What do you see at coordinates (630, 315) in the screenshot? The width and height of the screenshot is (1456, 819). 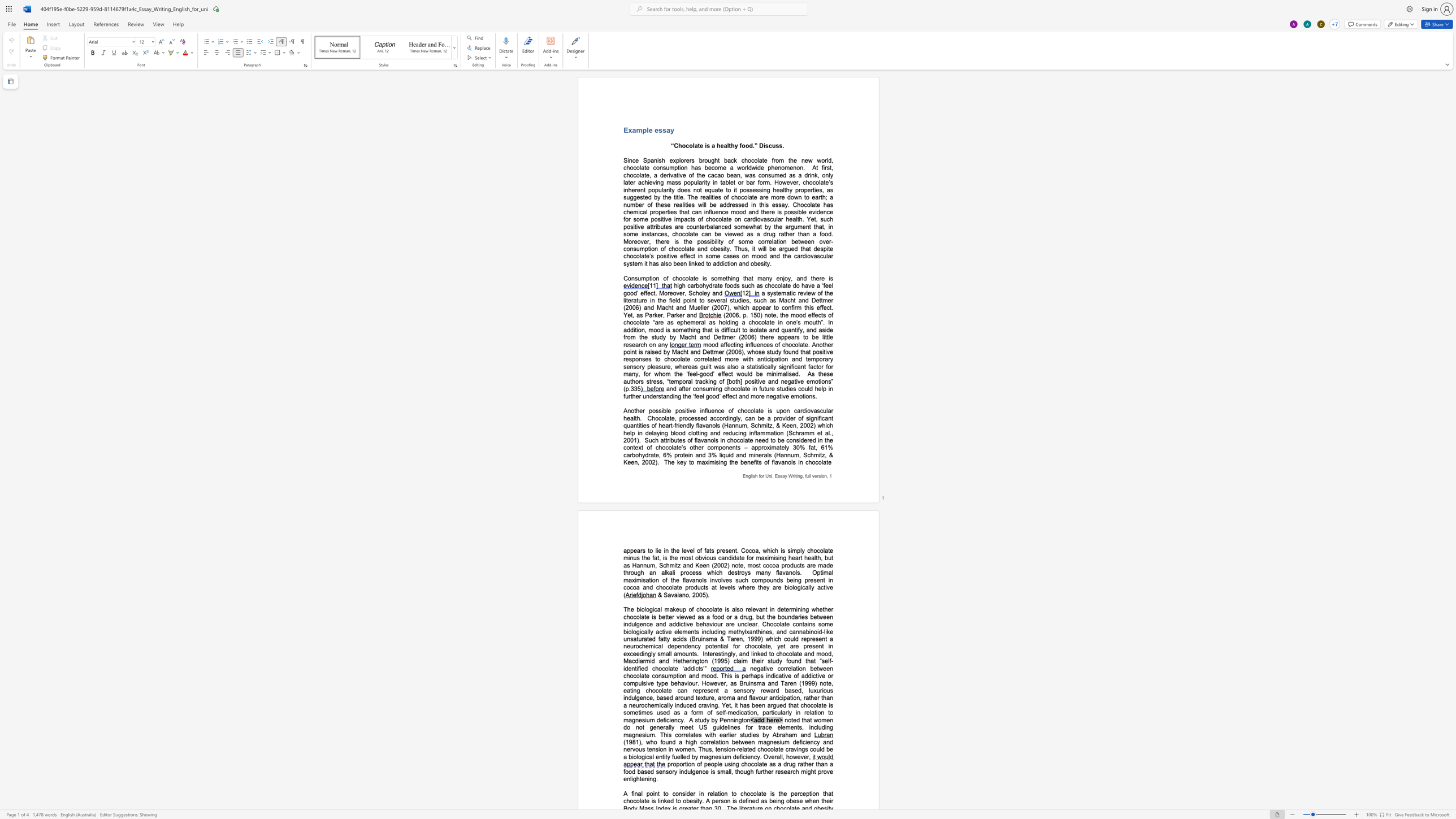 I see `the space between the continuous character "e" and "t" in the text` at bounding box center [630, 315].